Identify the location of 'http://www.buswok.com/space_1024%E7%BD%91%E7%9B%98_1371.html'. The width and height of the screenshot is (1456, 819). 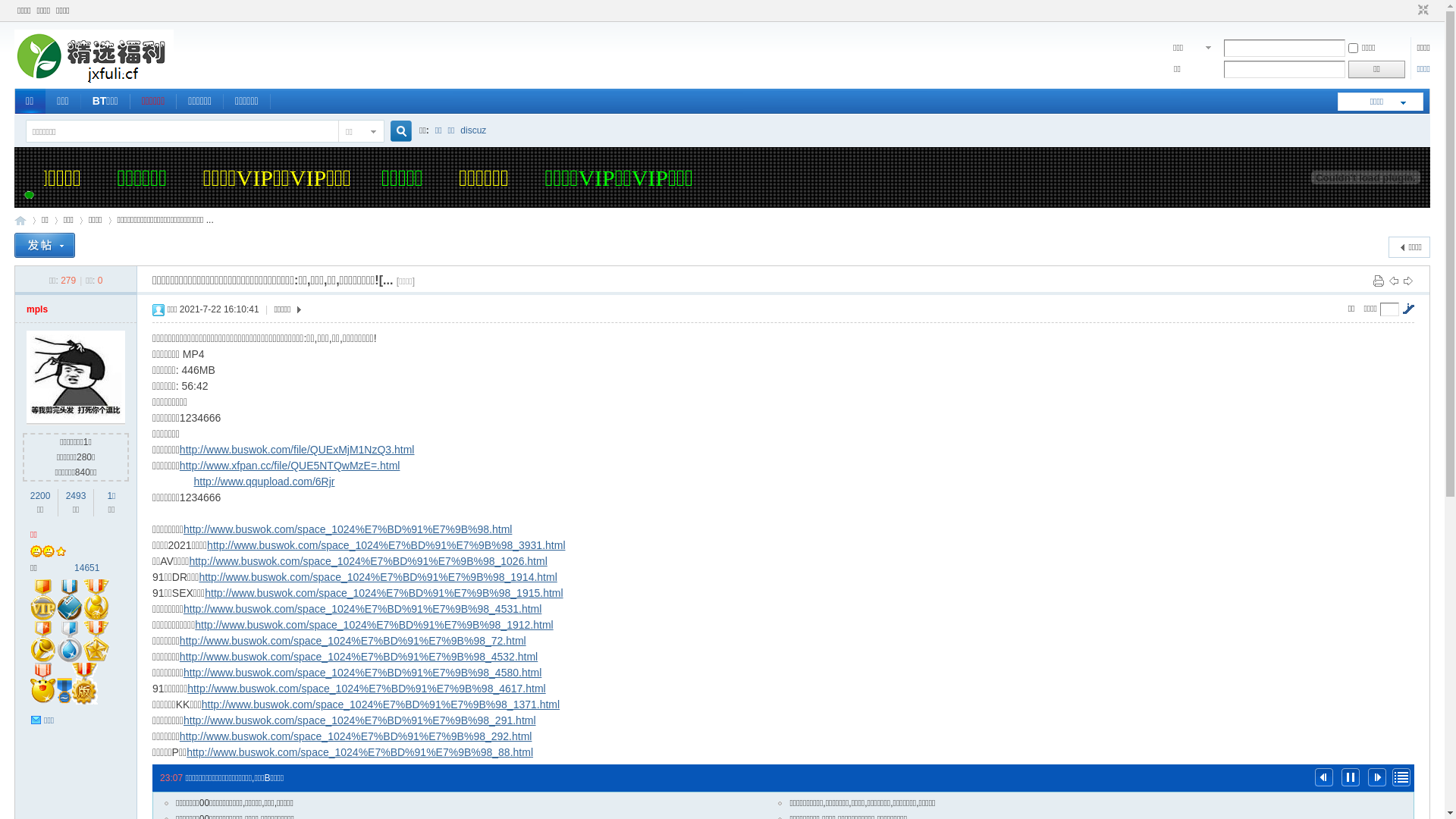
(381, 704).